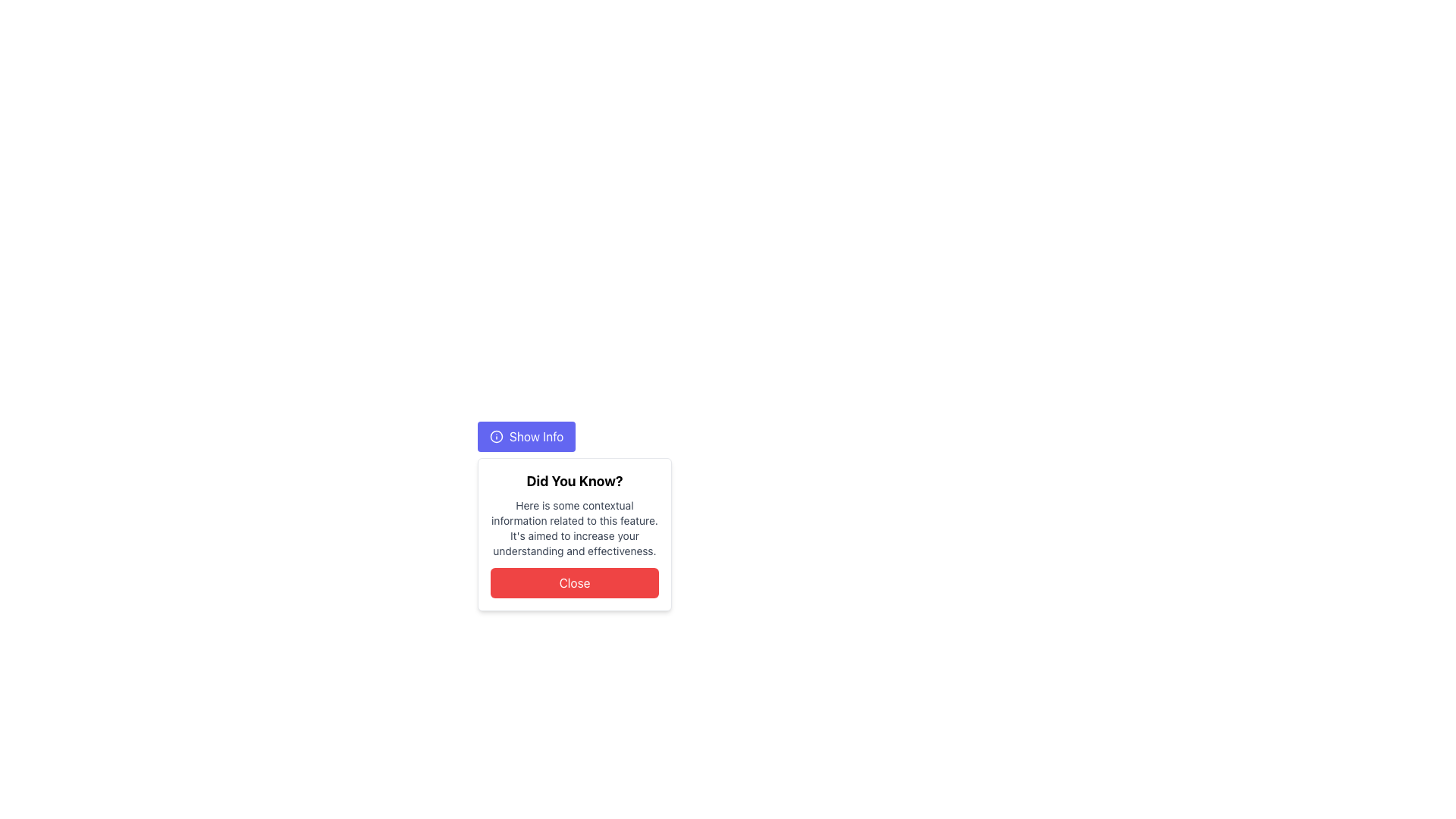  Describe the element at coordinates (574, 582) in the screenshot. I see `the close button located at the bottom of the informational dialog box` at that location.